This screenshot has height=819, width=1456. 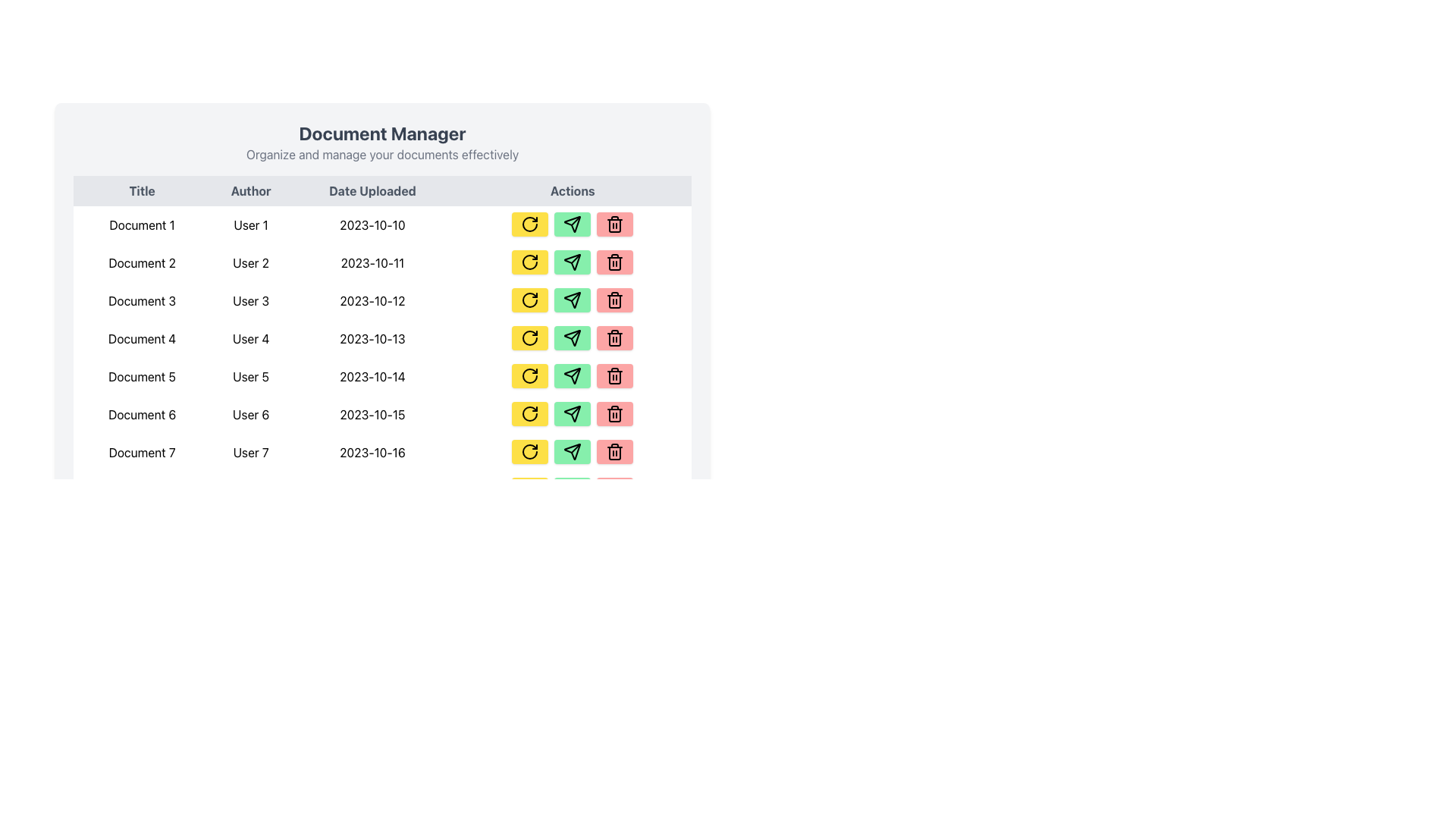 What do you see at coordinates (572, 262) in the screenshot?
I see `the button that initiates a send or submit action for the document associated with its row in the table, located between a yellow refresh button and a red delete button, aligned with the second document entry` at bounding box center [572, 262].